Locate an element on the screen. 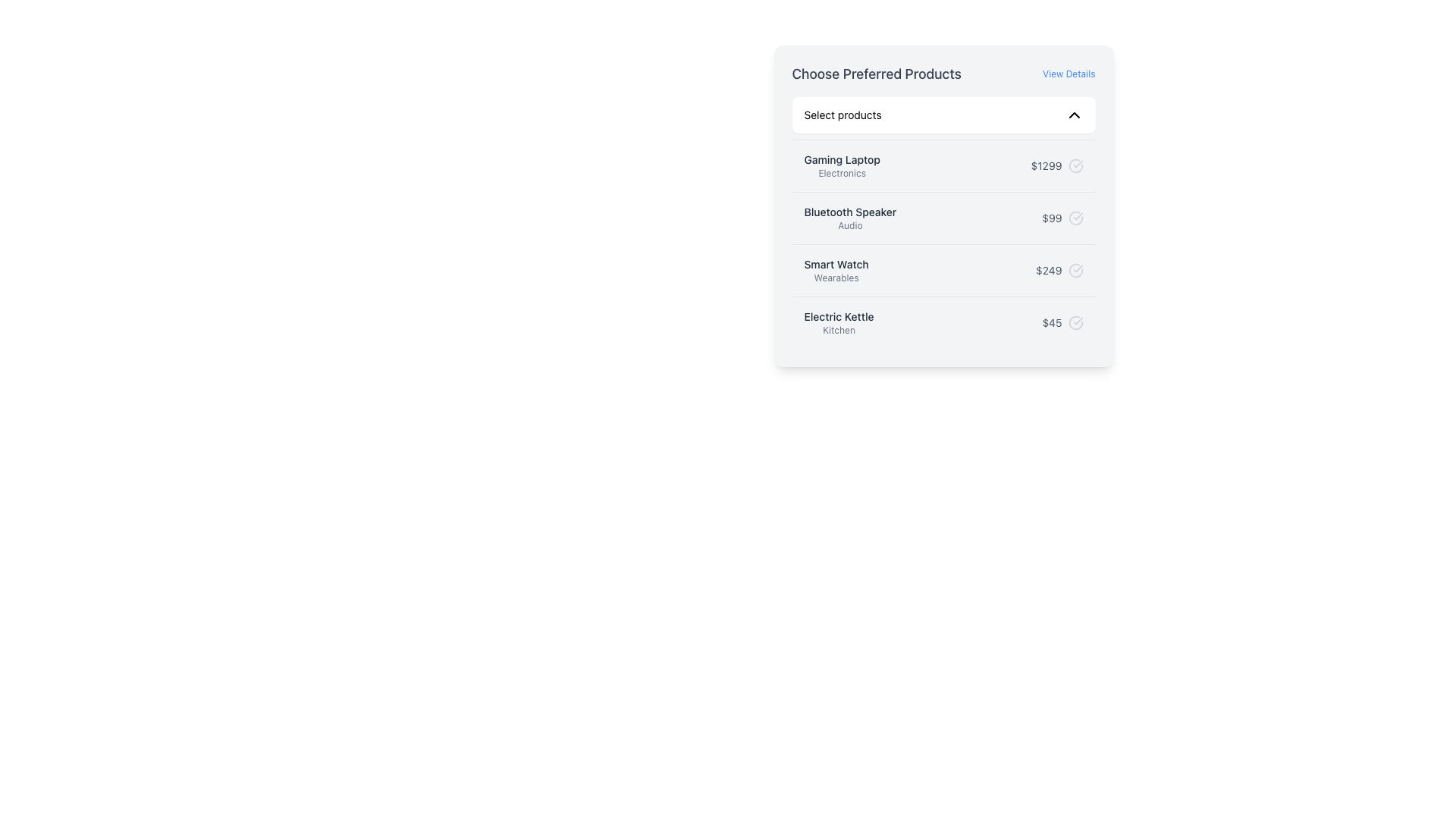  the static text label that describes the item 'Electric Kettle' categorized under 'Kitchen', which is located in the lower-right section of the visible panel is located at coordinates (838, 329).